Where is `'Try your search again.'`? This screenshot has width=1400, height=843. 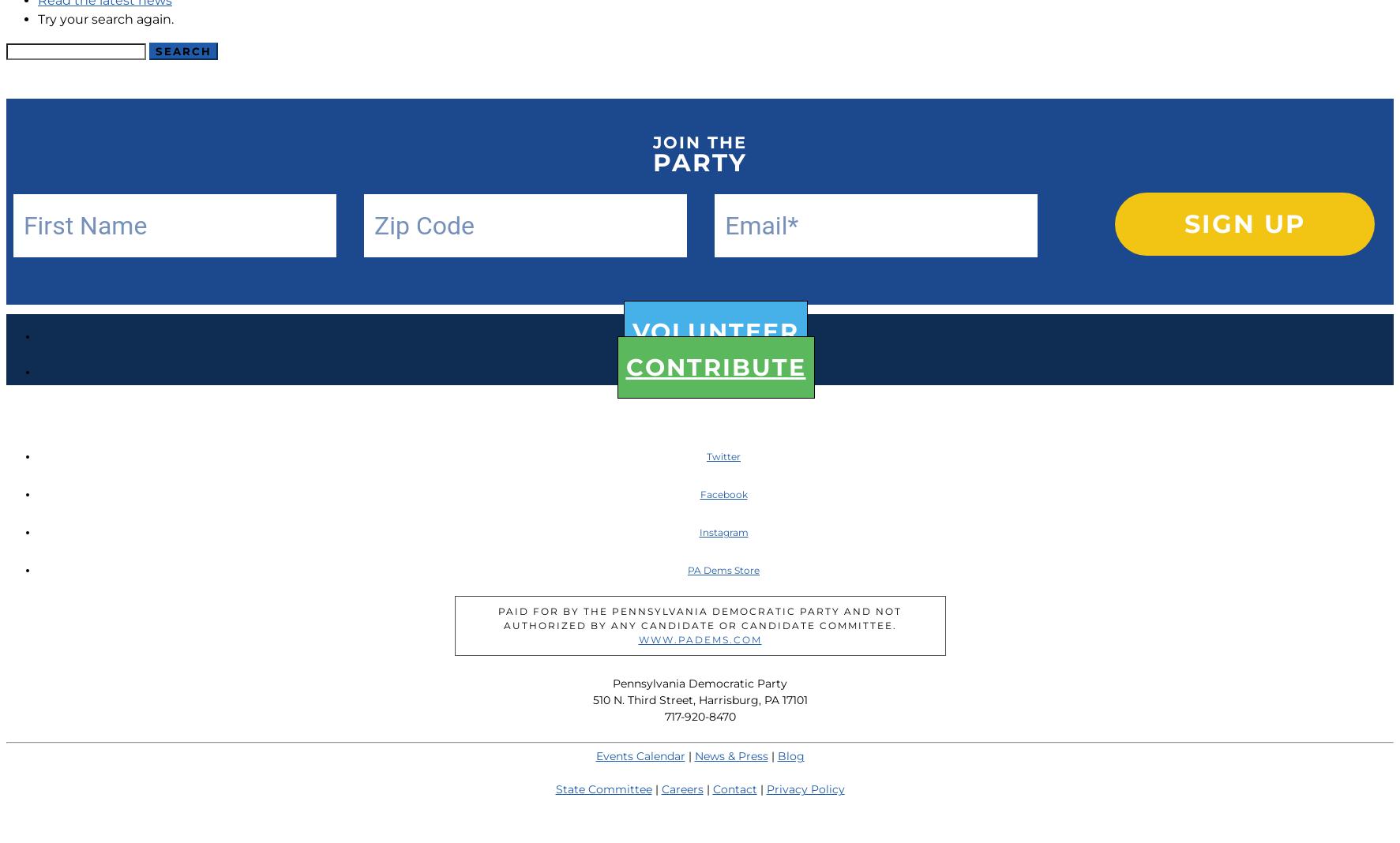
'Try your search again.' is located at coordinates (106, 17).